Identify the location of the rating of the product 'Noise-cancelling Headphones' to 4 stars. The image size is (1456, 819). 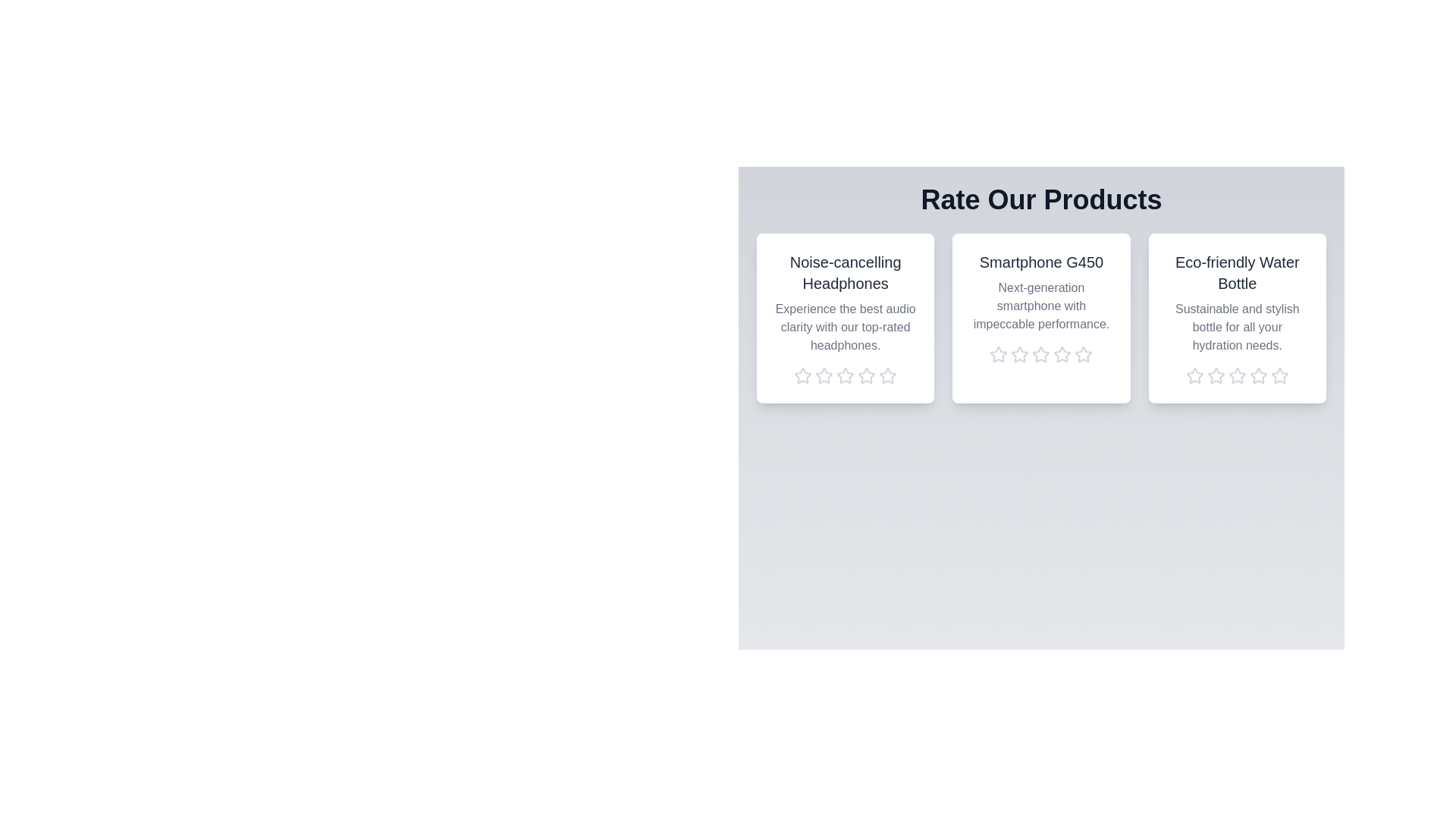
(866, 375).